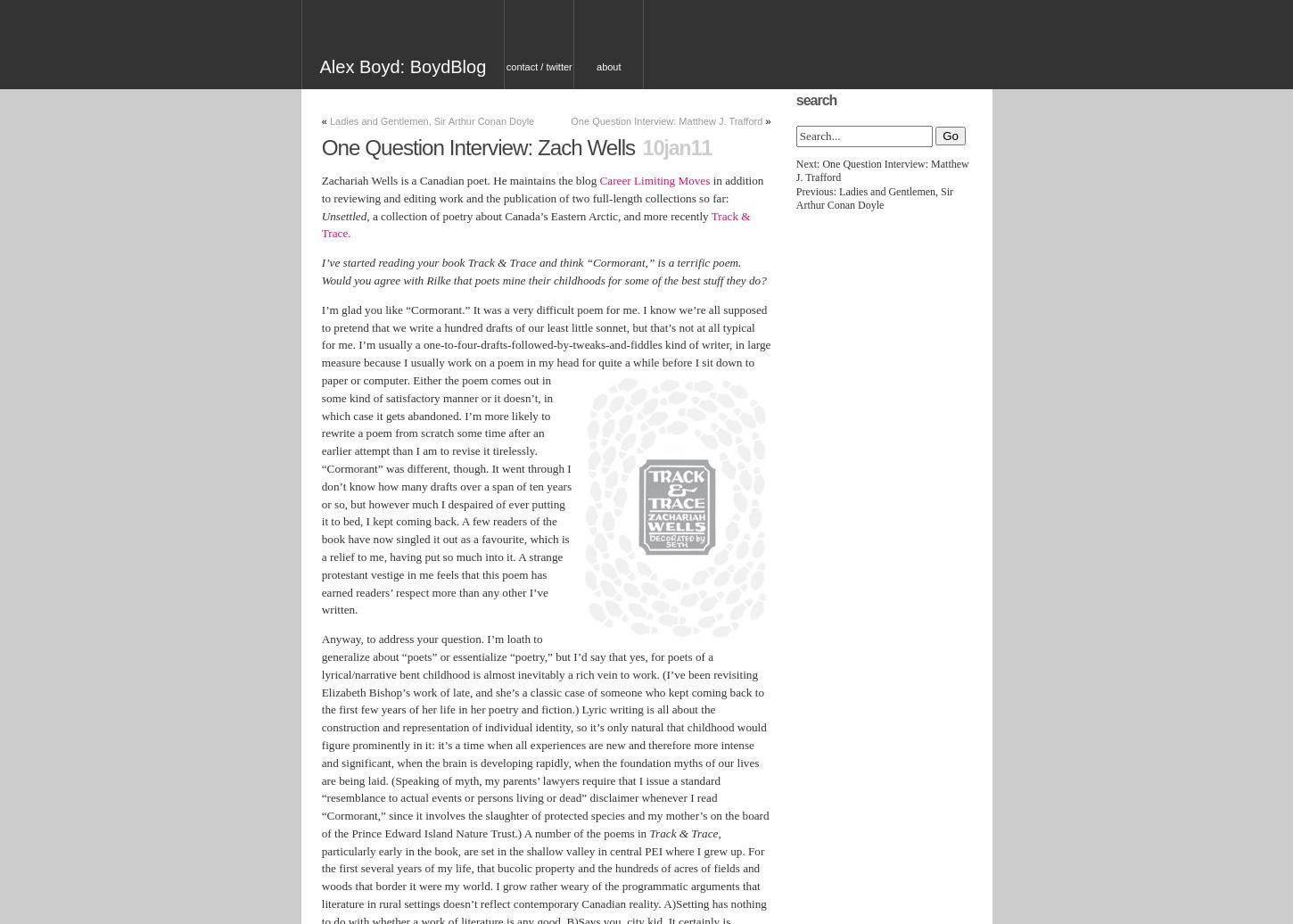 The width and height of the screenshot is (1293, 924). Describe the element at coordinates (597, 180) in the screenshot. I see `'Career Limiting Moves'` at that location.